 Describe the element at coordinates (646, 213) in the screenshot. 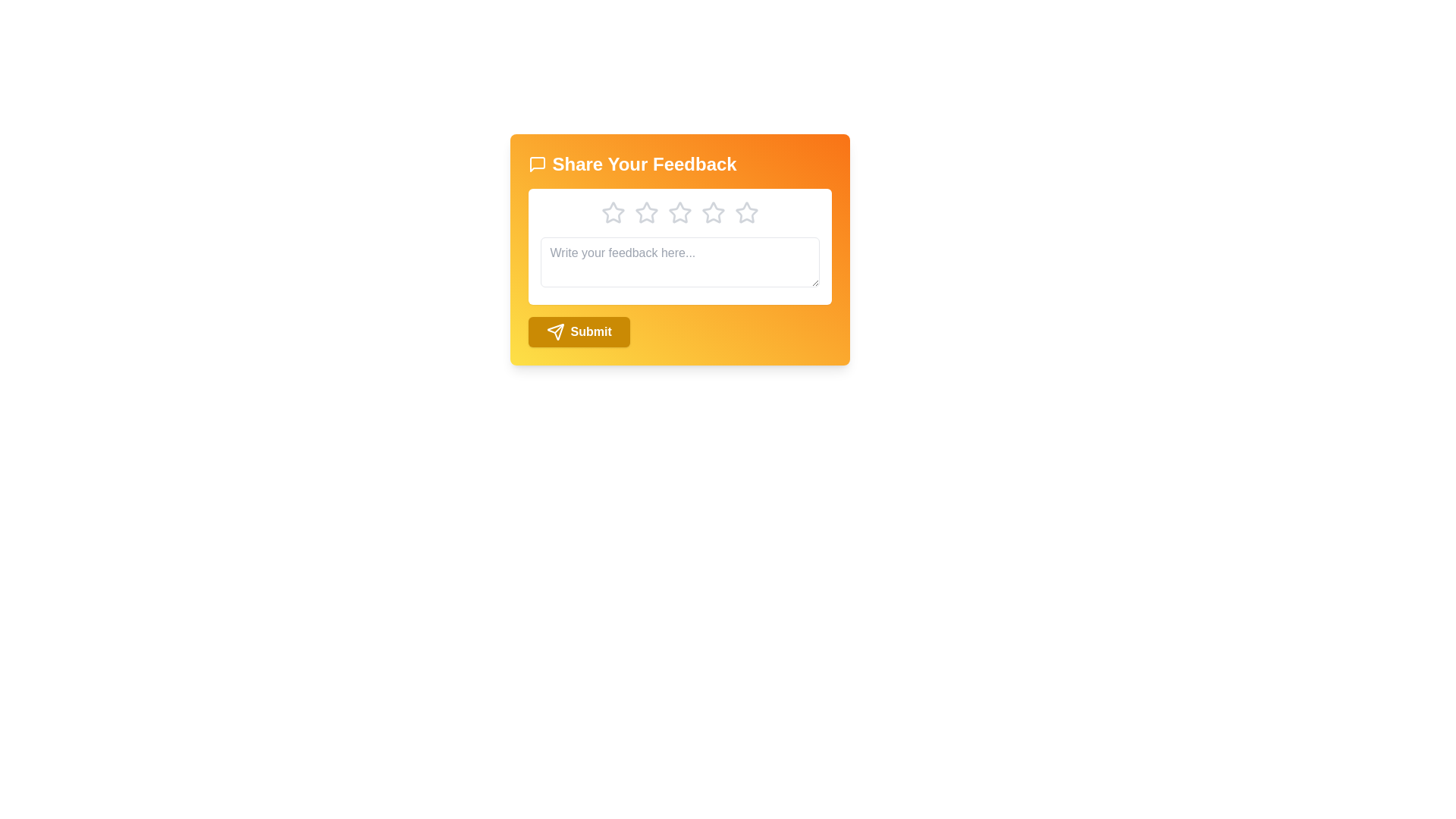

I see `the third star icon in the set of five star icons for rating, located below the 'Share Your Feedback' heading` at that location.